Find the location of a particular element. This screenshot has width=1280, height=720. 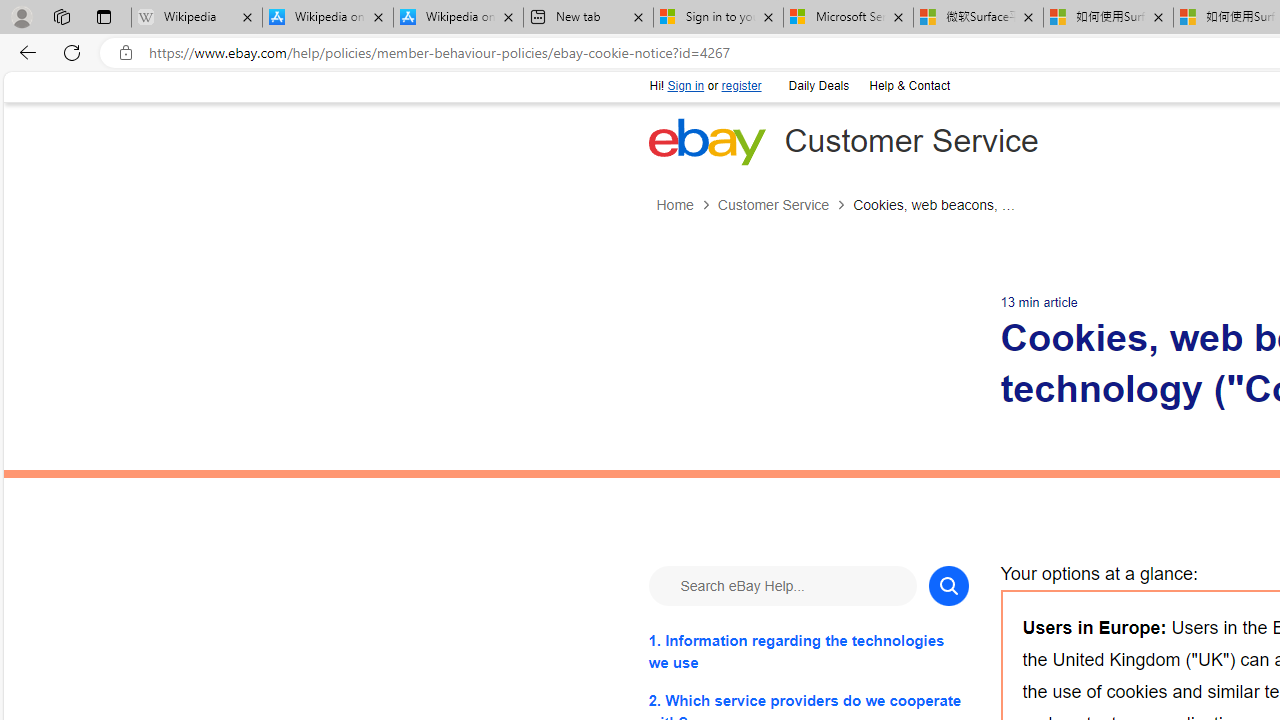

'eBay Home' is located at coordinates (706, 140).